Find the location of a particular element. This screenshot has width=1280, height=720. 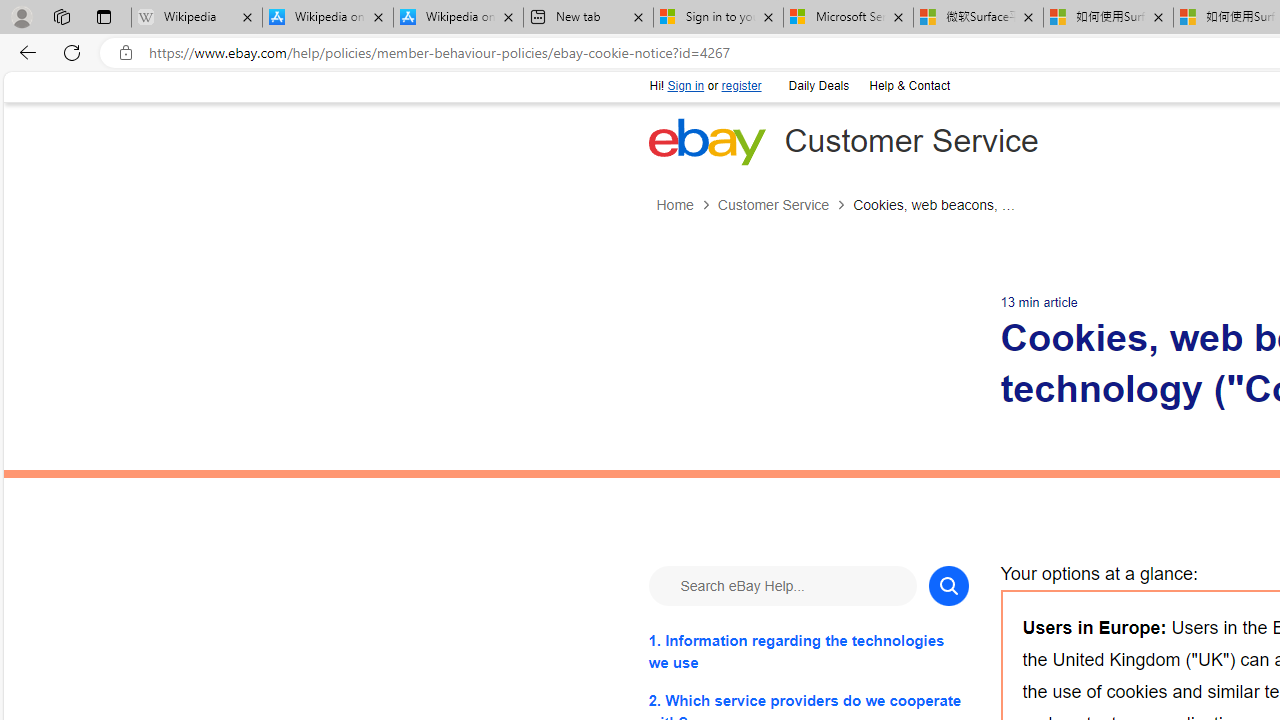

'eBay Home' is located at coordinates (706, 140).